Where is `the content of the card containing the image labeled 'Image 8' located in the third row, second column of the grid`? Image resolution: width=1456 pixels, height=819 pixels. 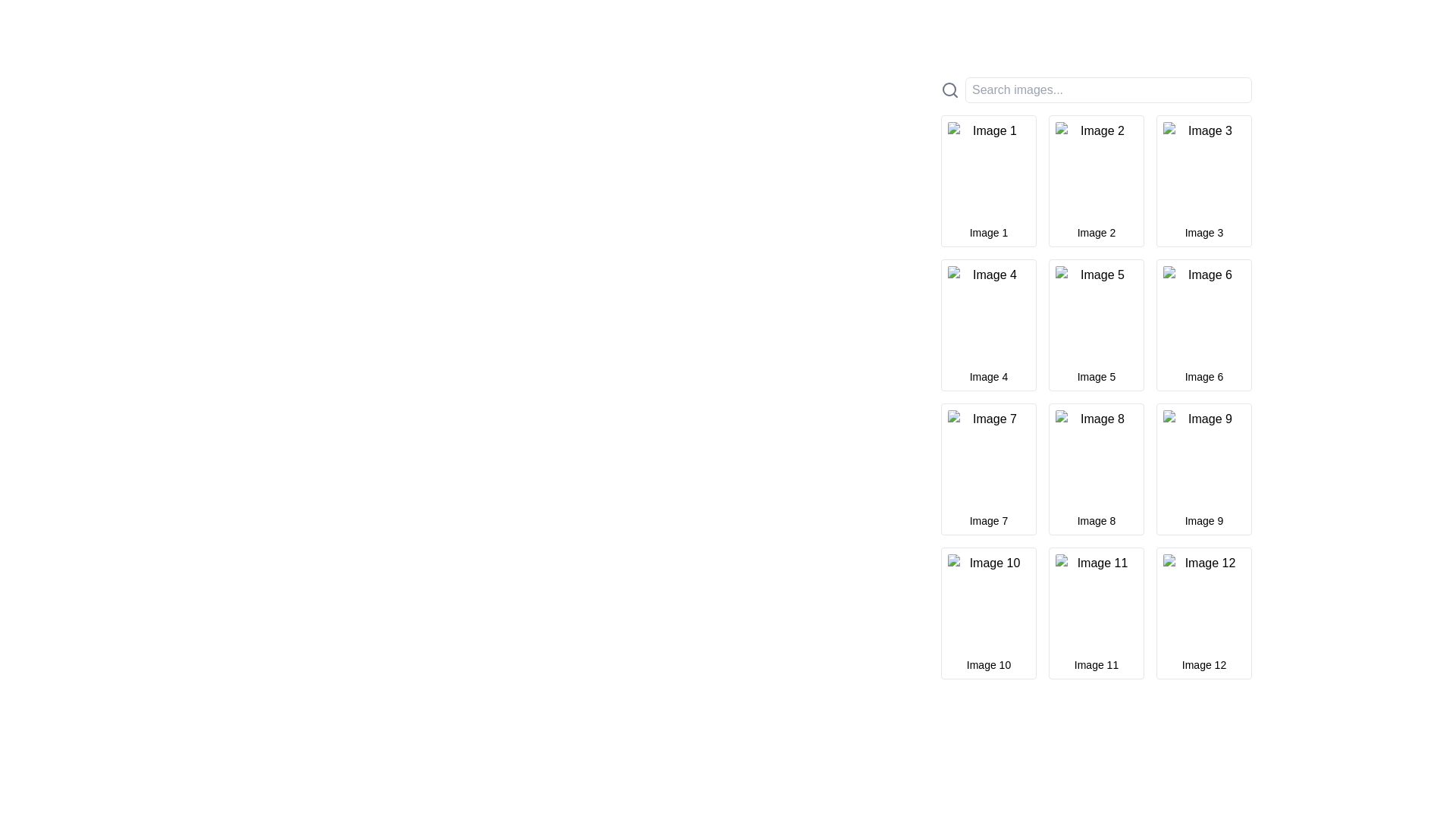
the content of the card containing the image labeled 'Image 8' located in the third row, second column of the grid is located at coordinates (1096, 468).